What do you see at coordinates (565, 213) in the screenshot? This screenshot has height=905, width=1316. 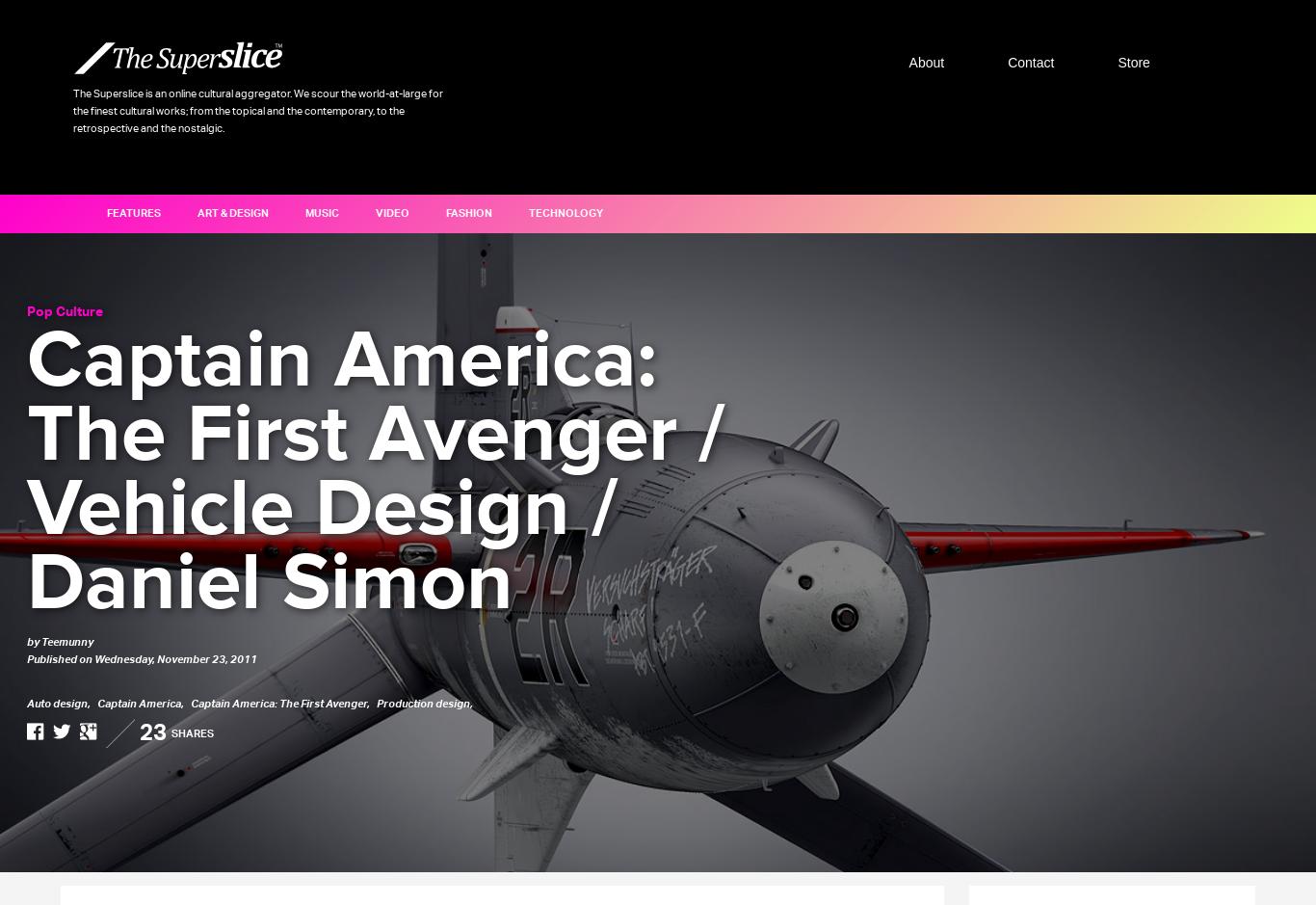 I see `'Technology'` at bounding box center [565, 213].